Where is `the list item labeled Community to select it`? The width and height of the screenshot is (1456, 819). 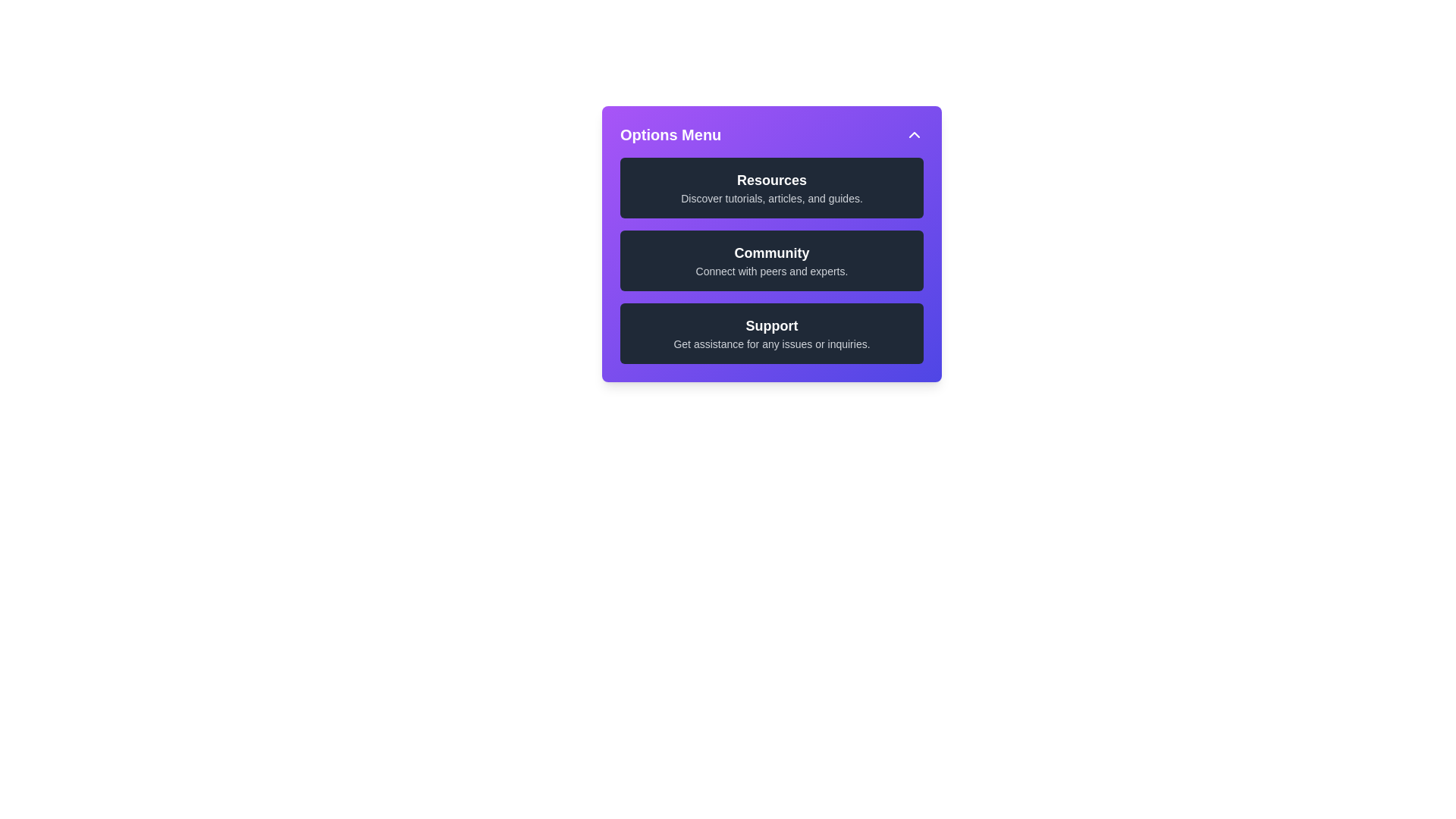 the list item labeled Community to select it is located at coordinates (771, 259).